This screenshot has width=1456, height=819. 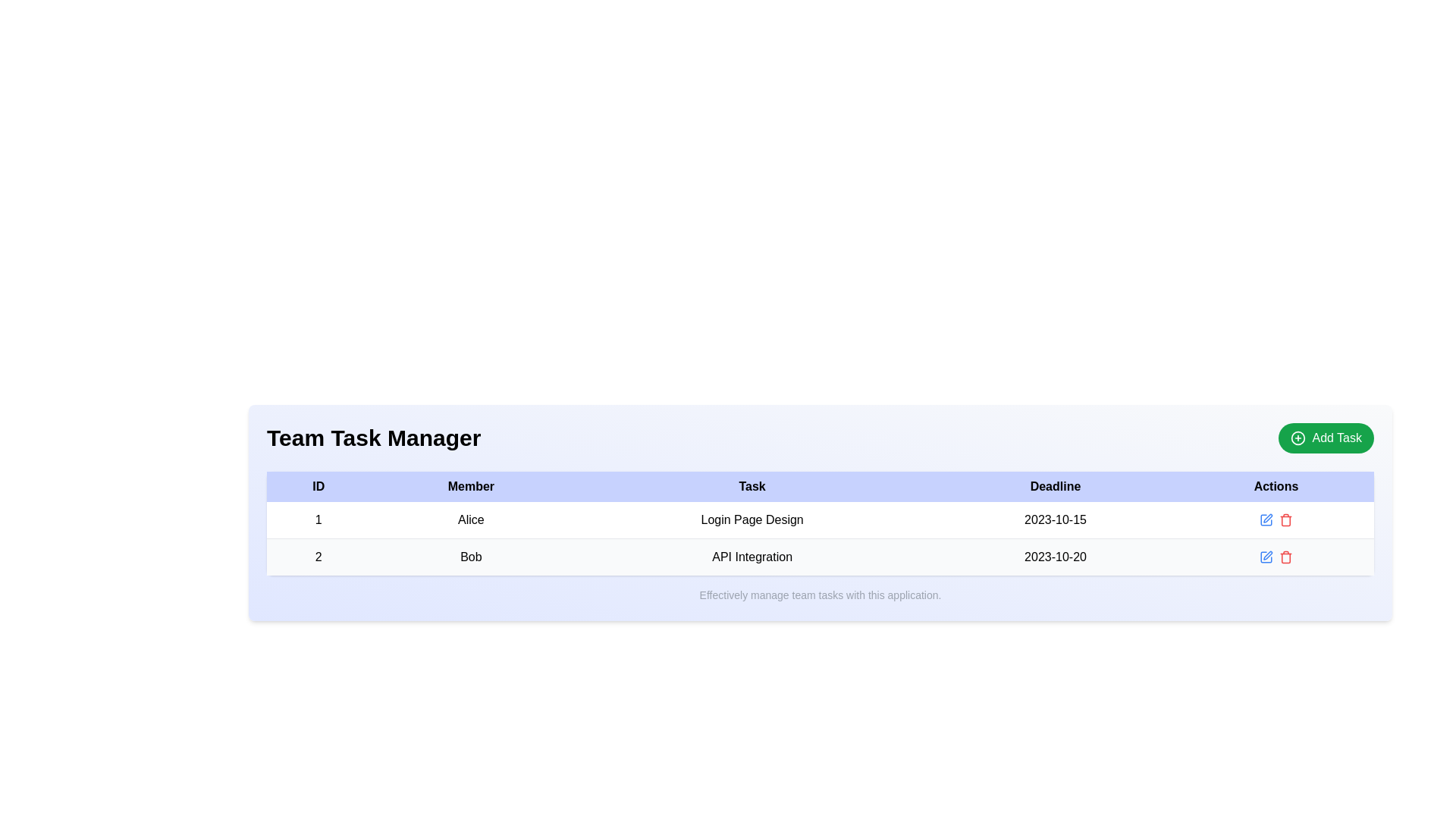 What do you see at coordinates (1268, 517) in the screenshot?
I see `the pencil icon located in the 'Actions' column of the table` at bounding box center [1268, 517].